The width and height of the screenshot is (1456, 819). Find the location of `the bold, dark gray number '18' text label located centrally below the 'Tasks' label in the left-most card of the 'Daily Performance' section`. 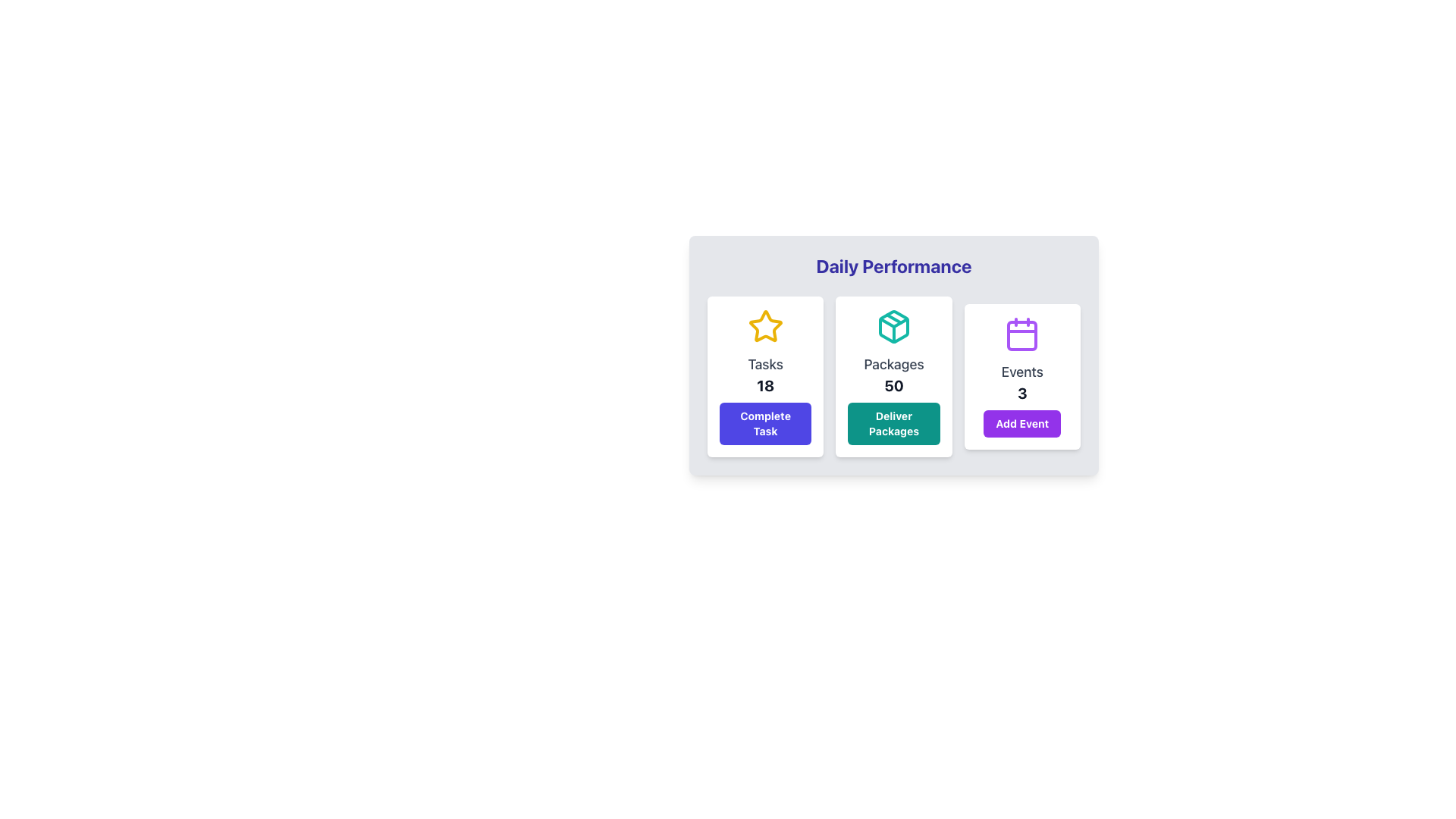

the bold, dark gray number '18' text label located centrally below the 'Tasks' label in the left-most card of the 'Daily Performance' section is located at coordinates (765, 385).